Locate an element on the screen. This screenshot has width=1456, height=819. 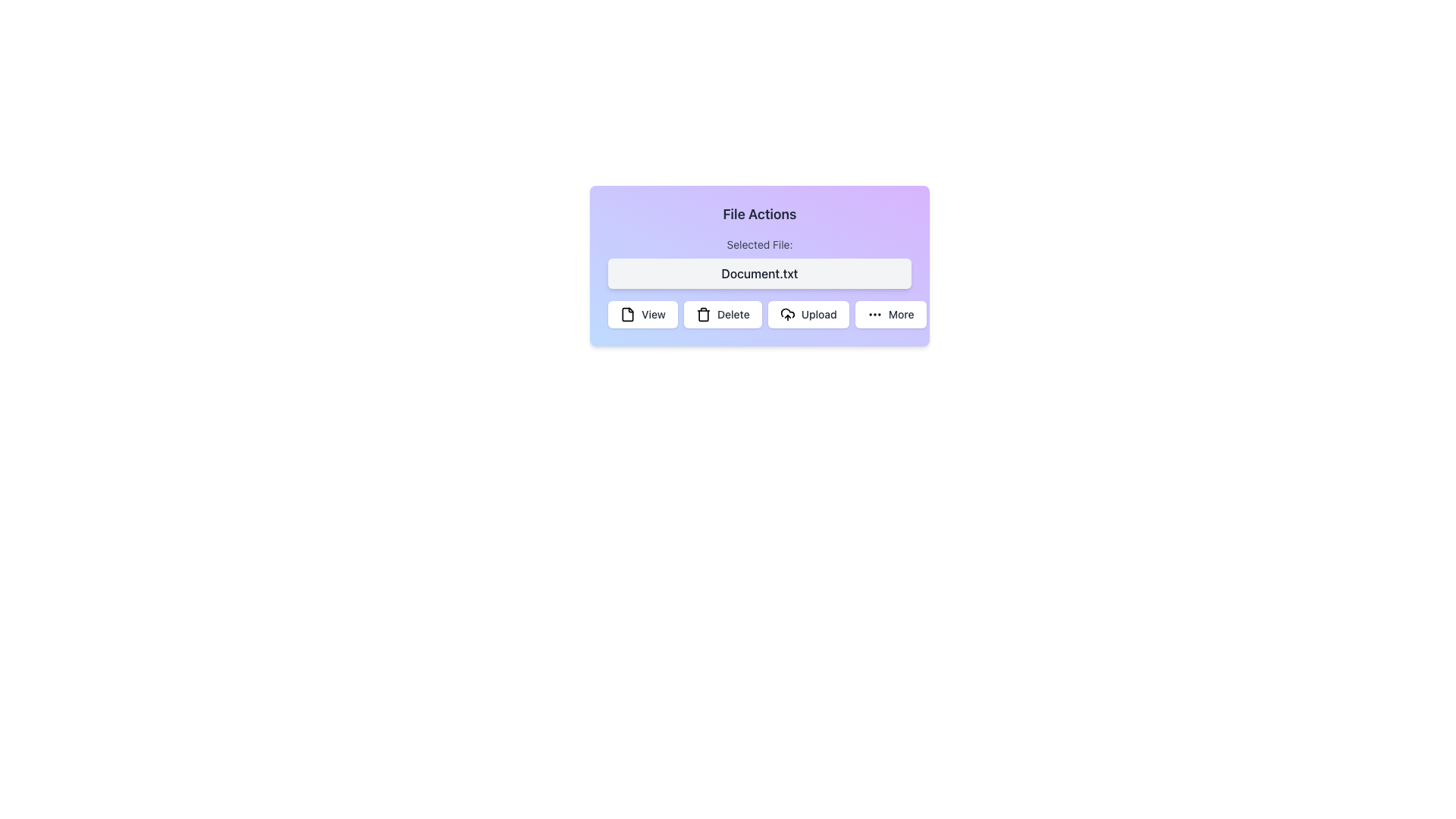
the upload icon located within the 'Upload' button, which is the third button in the row of action buttons at the bottom of the 'File Actions' dialog box is located at coordinates (786, 312).